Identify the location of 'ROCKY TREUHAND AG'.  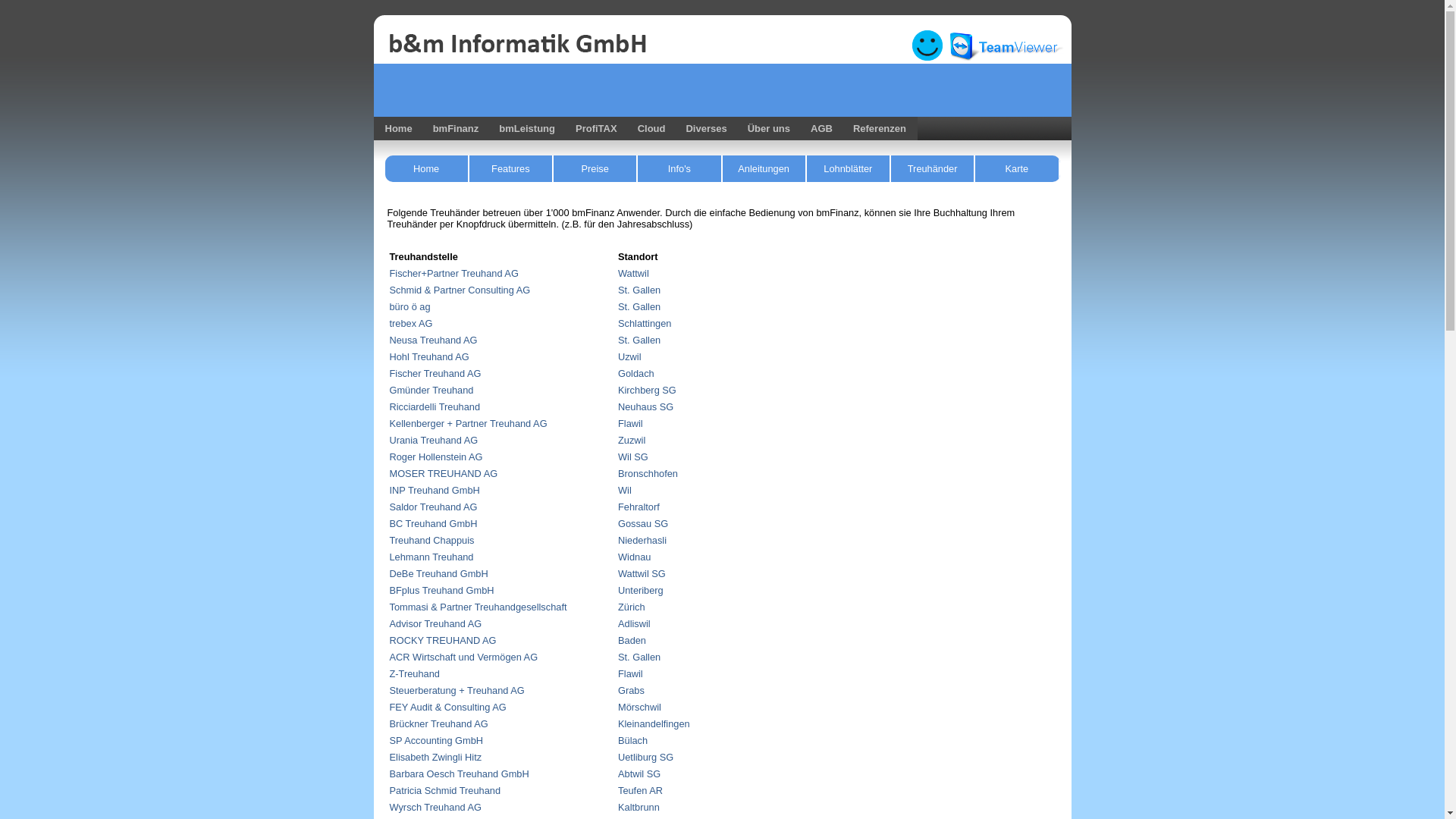
(442, 640).